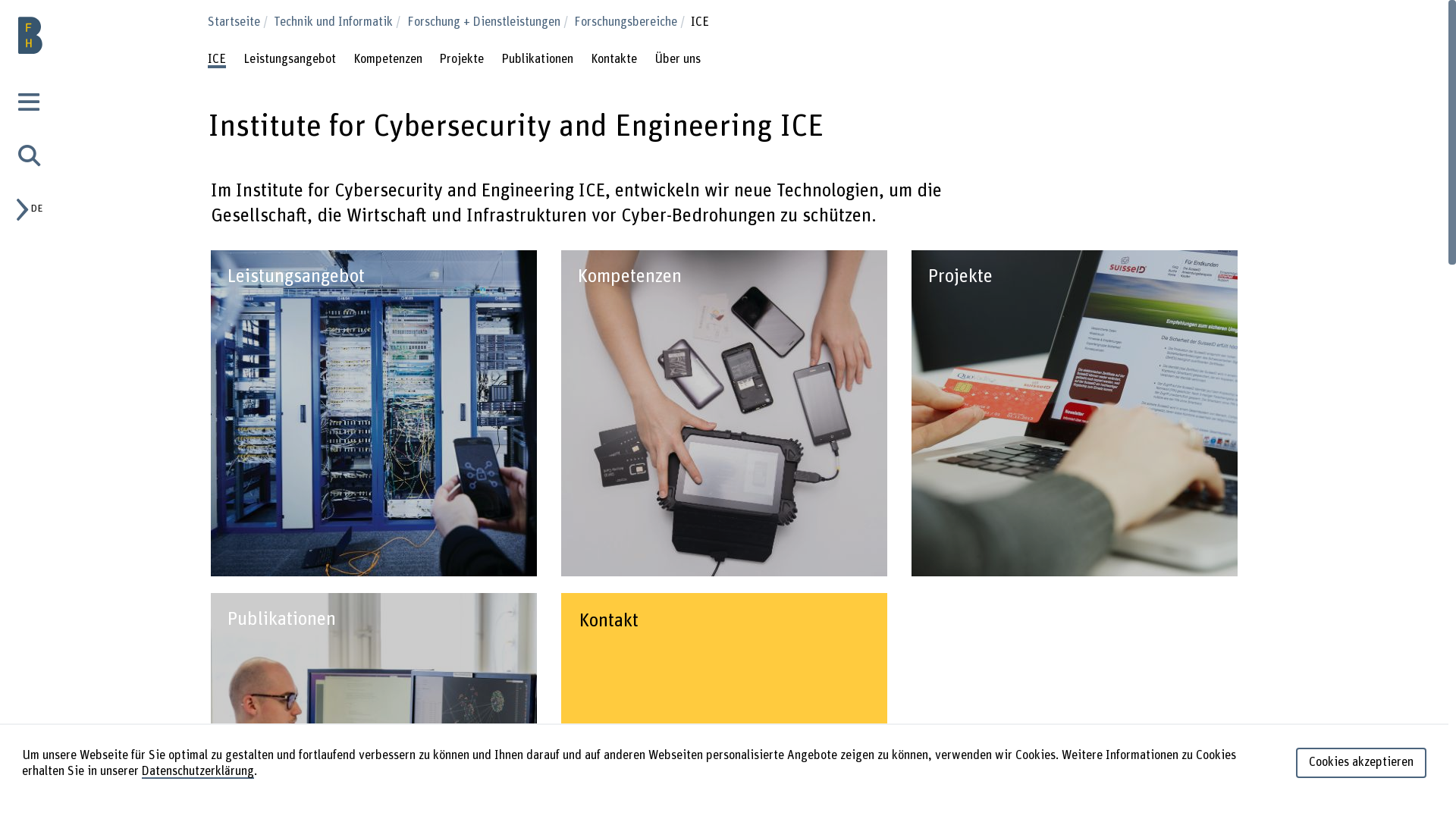 The width and height of the screenshot is (1456, 819). Describe the element at coordinates (337, 22) in the screenshot. I see `'Technik und Informatik'` at that location.